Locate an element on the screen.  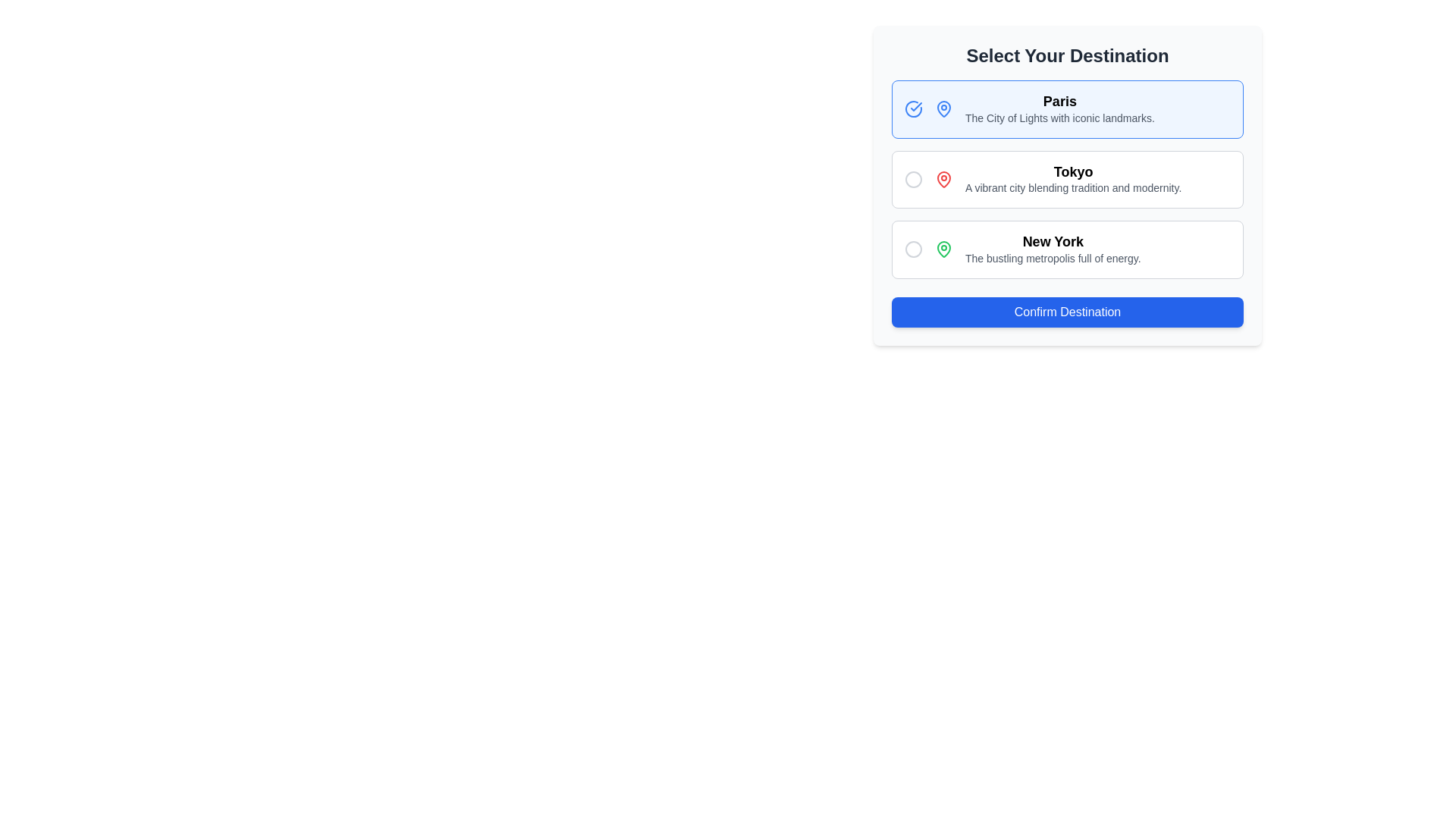
the label displaying information about 'Tokyo', which is the second item in a stacked layout of destinations between 'Paris' and 'New York' is located at coordinates (1072, 178).